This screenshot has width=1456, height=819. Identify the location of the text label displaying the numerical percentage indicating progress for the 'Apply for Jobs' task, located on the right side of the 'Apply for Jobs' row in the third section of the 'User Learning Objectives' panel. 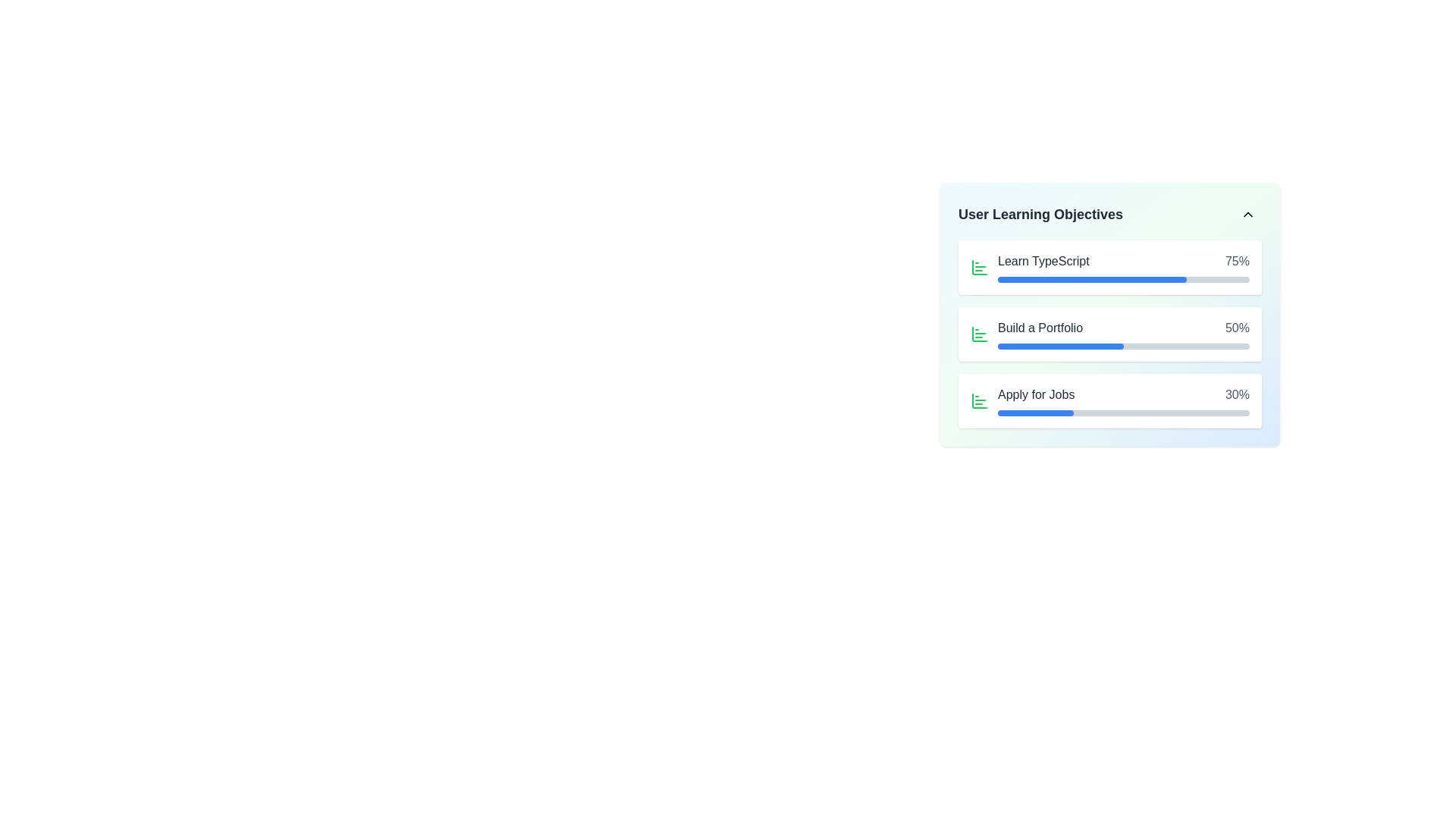
(1238, 394).